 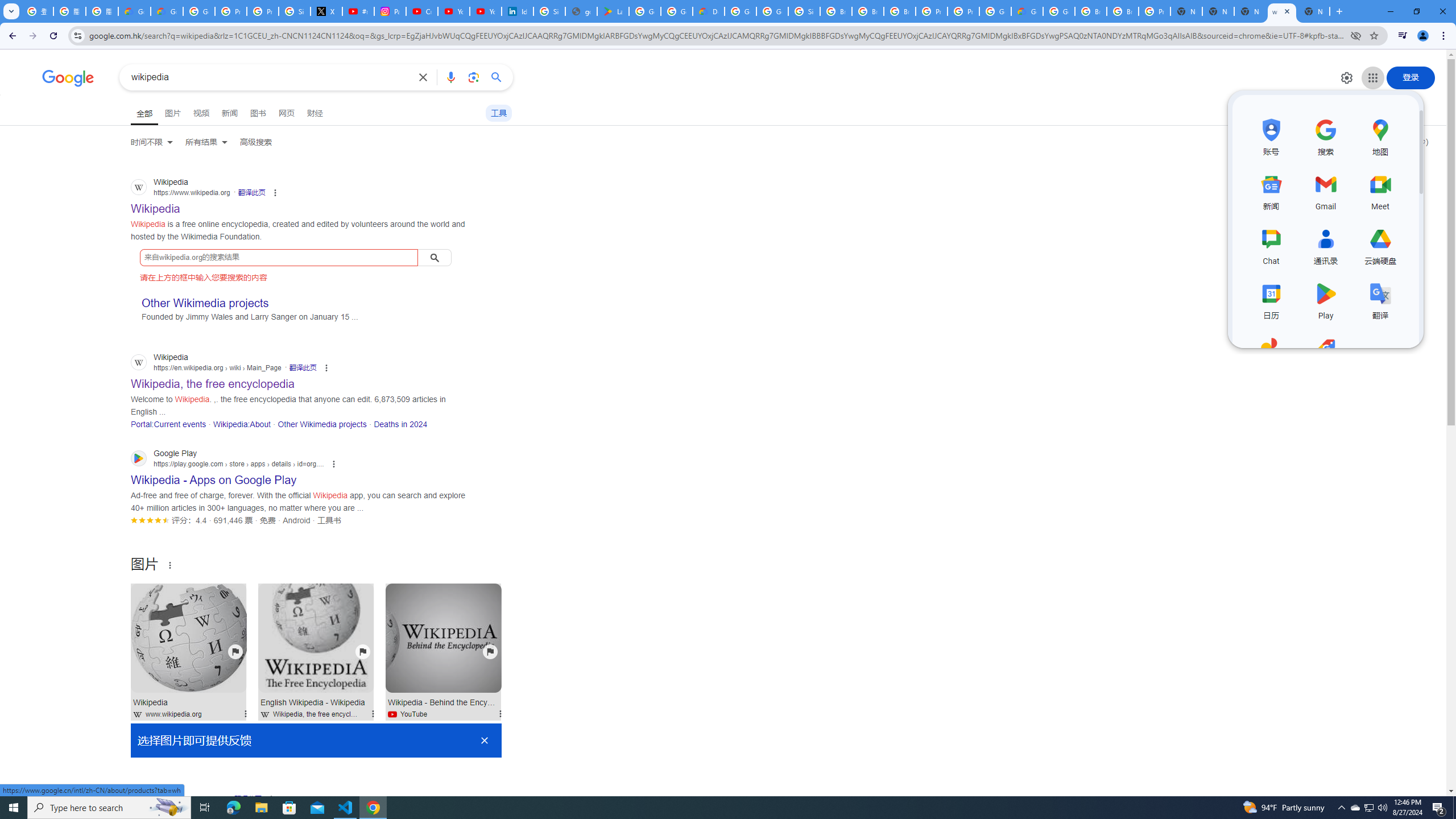 What do you see at coordinates (68, 78) in the screenshot?
I see `'Google'` at bounding box center [68, 78].